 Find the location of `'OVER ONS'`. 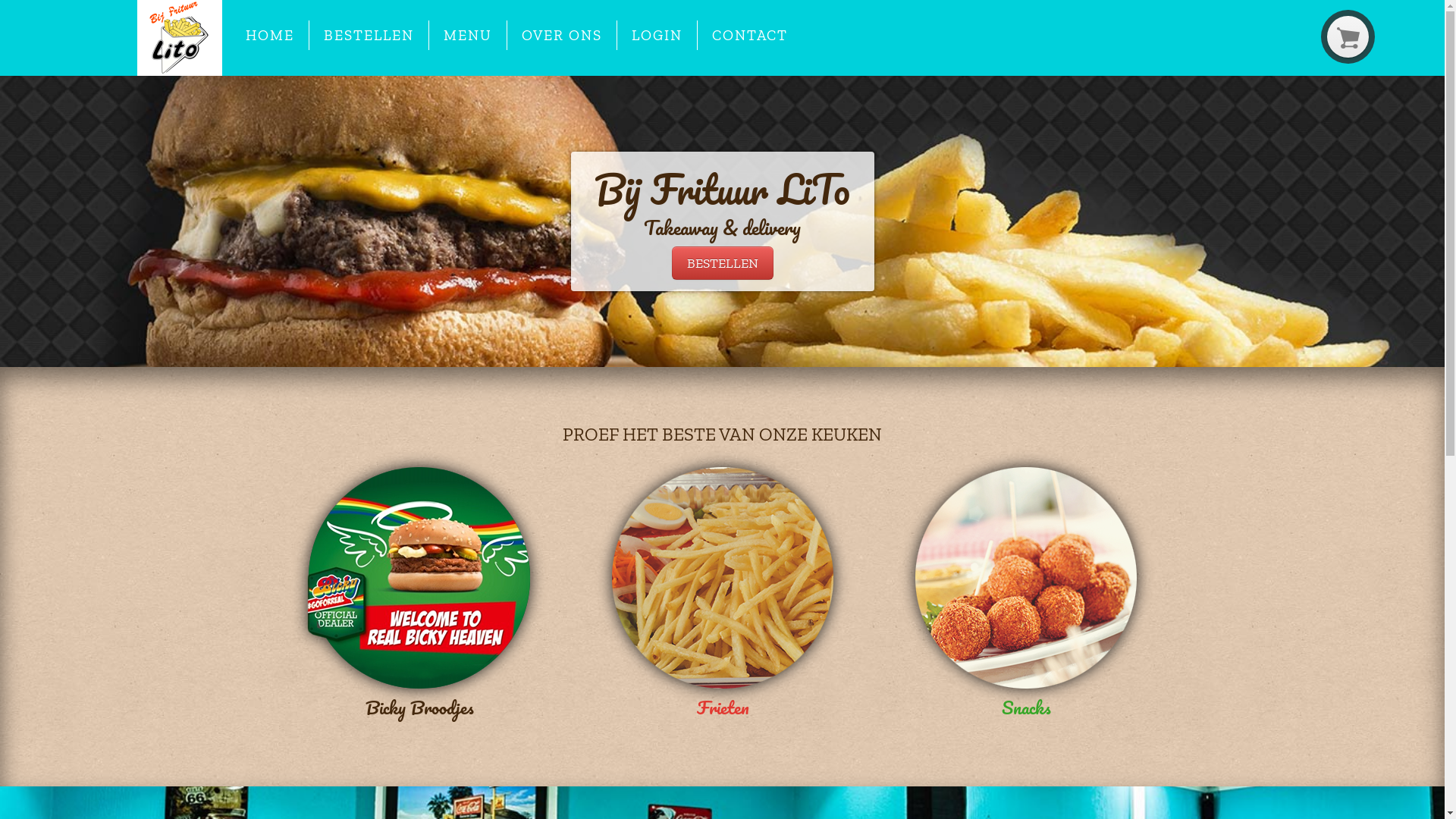

'OVER ONS' is located at coordinates (560, 34).